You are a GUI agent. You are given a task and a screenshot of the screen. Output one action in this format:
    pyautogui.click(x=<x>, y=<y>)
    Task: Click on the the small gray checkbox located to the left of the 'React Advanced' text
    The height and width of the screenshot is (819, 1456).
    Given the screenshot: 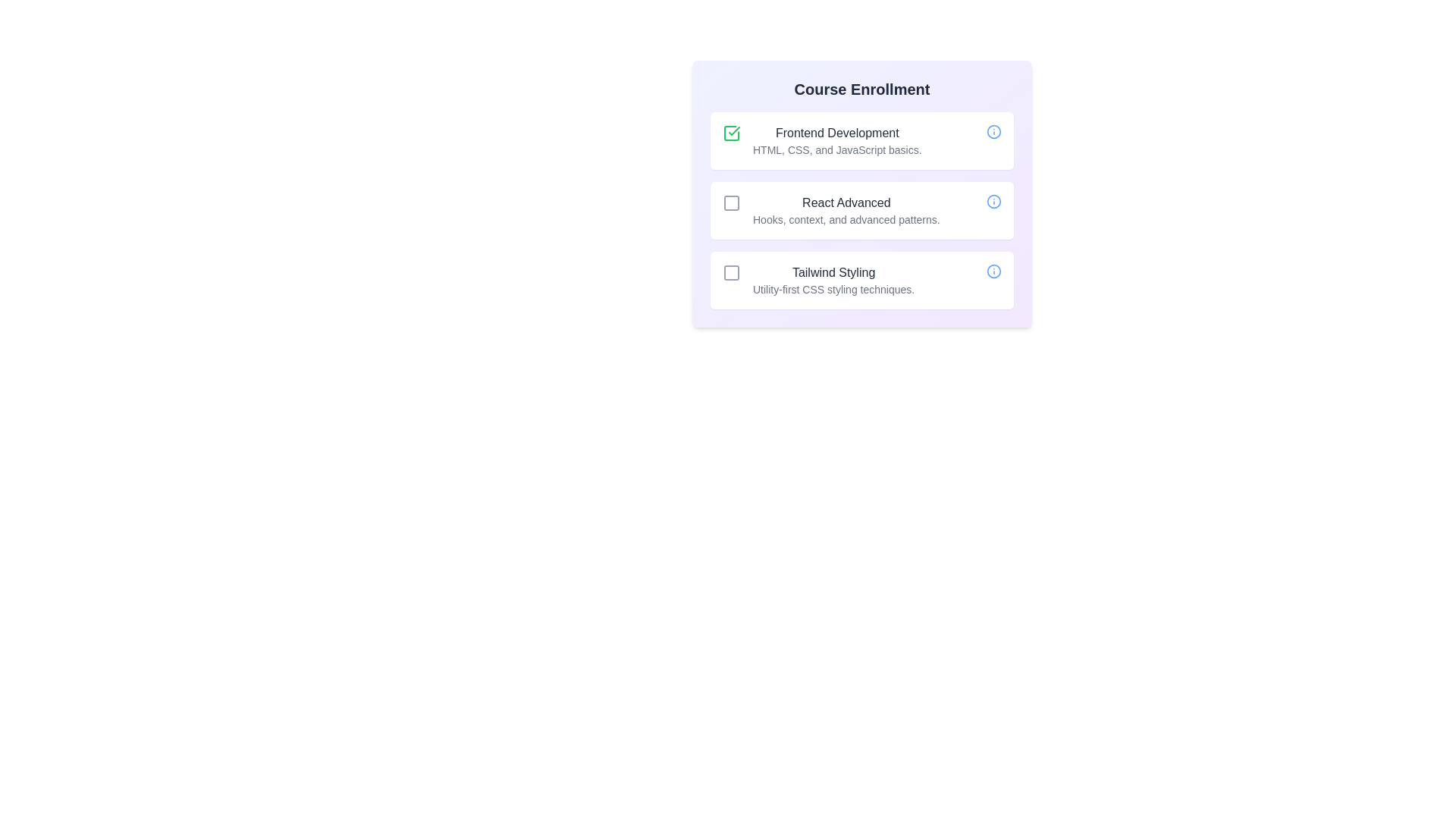 What is the action you would take?
    pyautogui.click(x=731, y=202)
    